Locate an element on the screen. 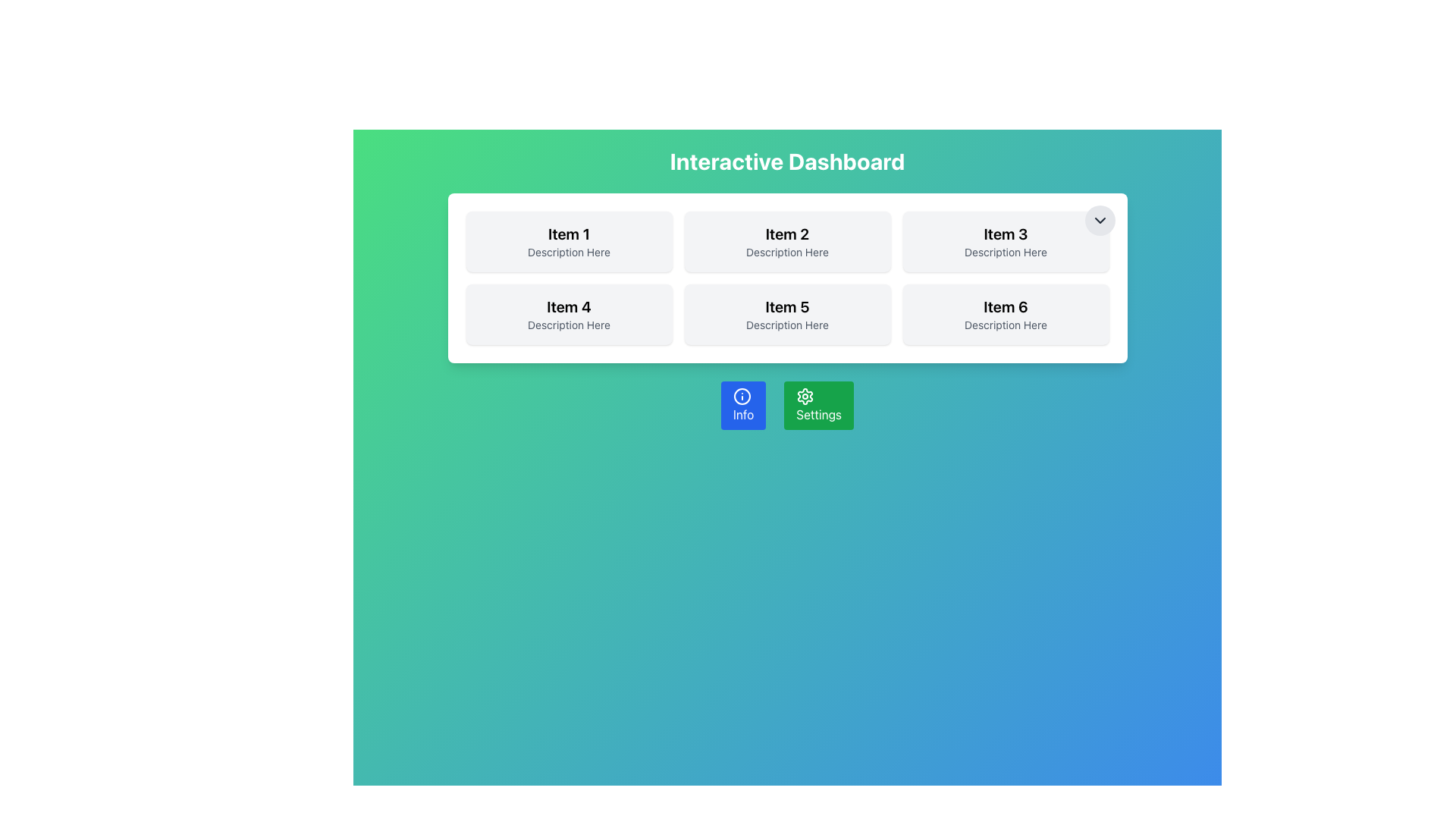 This screenshot has height=819, width=1456. the rectangular card with a light gray background that contains the text 'Item 1' and 'Description Here', located in the first column of the first row in the grid layout is located at coordinates (568, 241).